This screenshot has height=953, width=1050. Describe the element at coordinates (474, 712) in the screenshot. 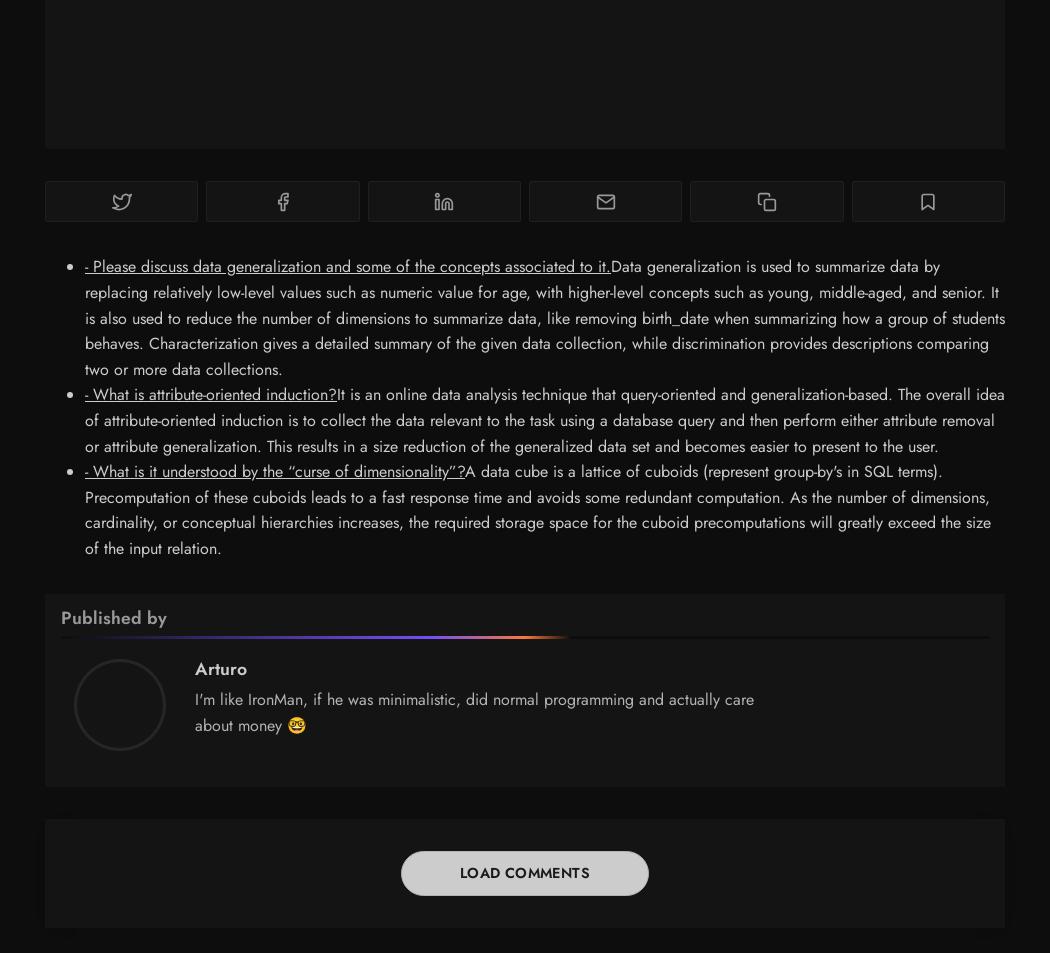

I see `'I'm like IronMan, if he was minimalistic, did normal programming and actually care about money 🤓'` at that location.